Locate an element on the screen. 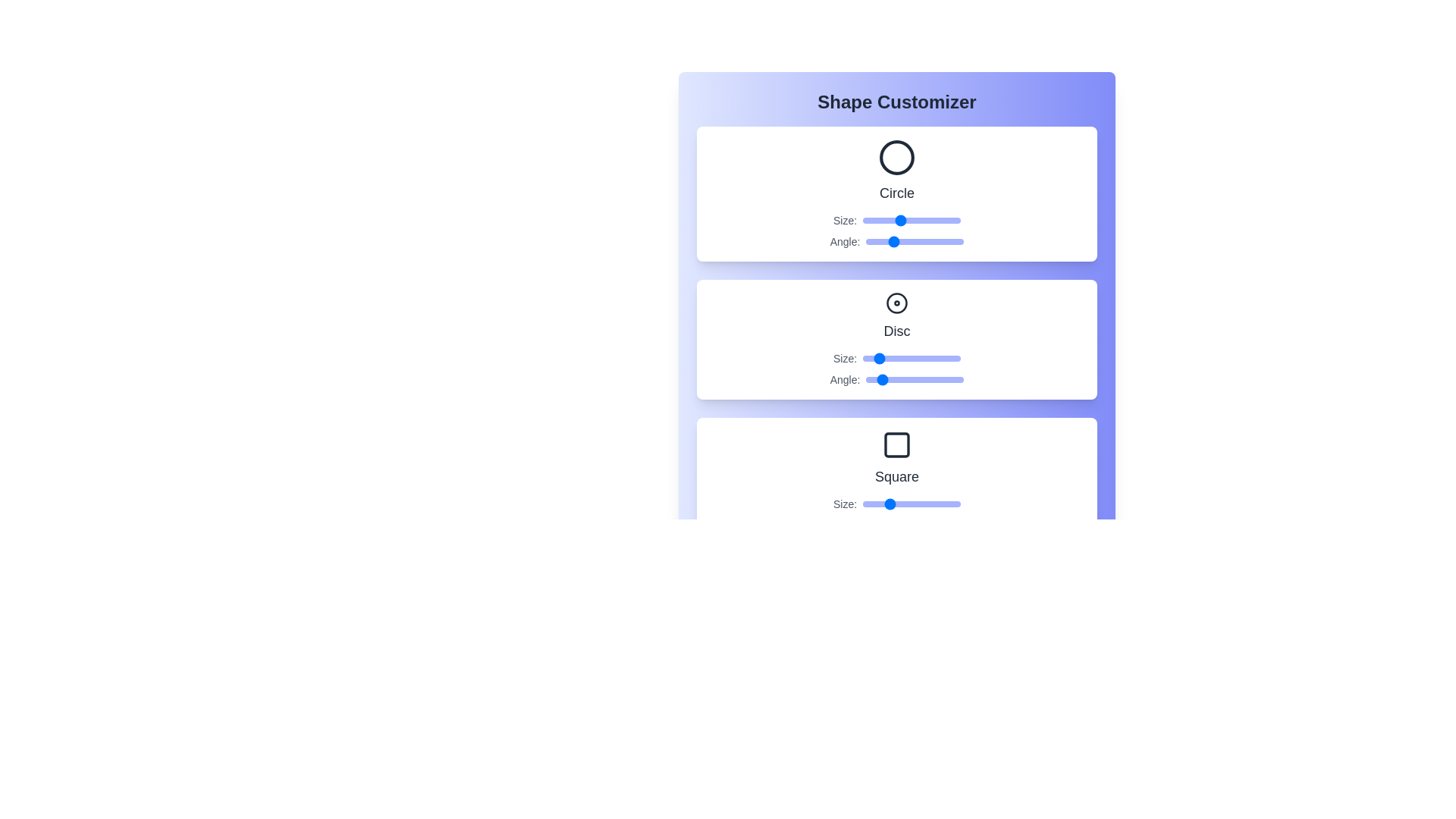  the angle of the Disc shape to 225 degrees is located at coordinates (927, 379).